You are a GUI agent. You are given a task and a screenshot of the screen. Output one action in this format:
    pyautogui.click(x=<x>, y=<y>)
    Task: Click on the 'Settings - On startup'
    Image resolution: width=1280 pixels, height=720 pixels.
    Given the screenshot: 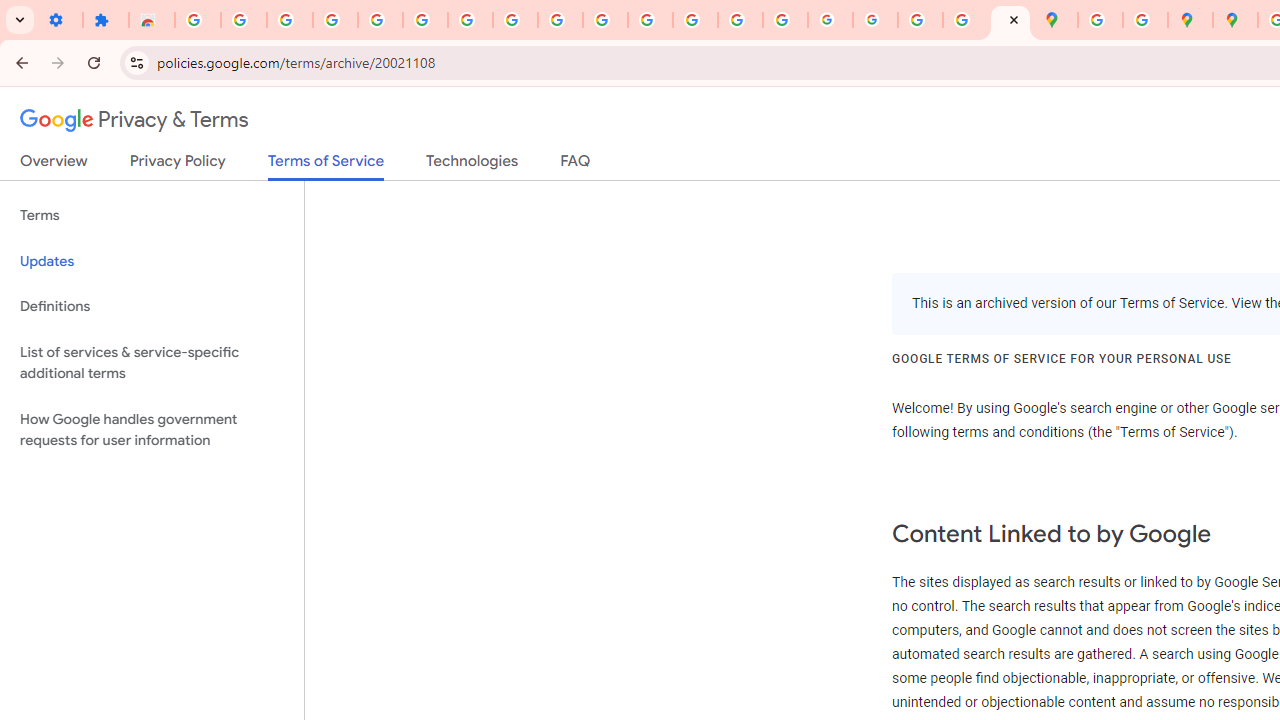 What is the action you would take?
    pyautogui.click(x=60, y=20)
    